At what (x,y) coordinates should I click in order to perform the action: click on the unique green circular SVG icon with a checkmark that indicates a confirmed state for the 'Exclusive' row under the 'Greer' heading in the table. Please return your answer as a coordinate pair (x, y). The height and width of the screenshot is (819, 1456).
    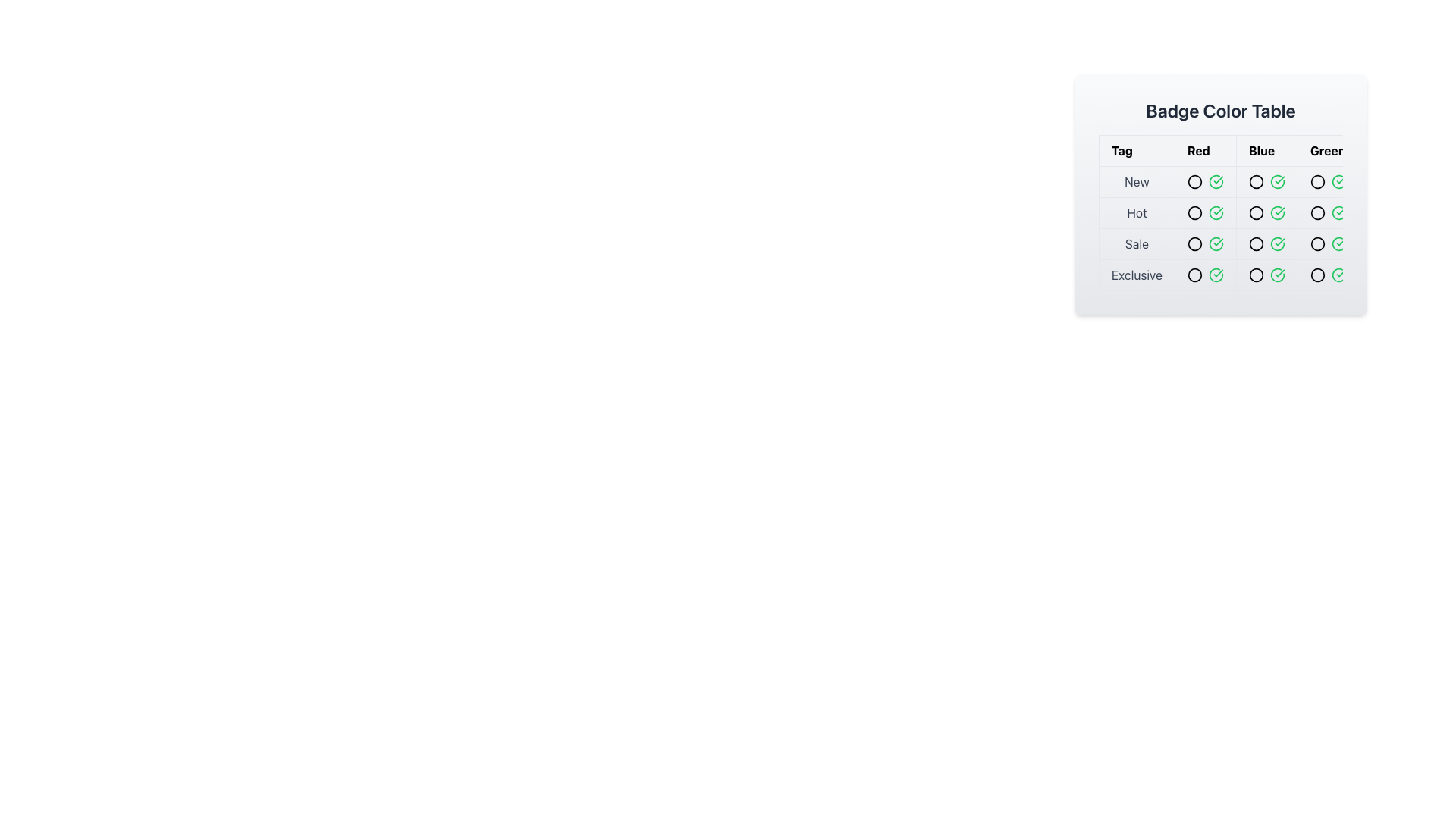
    Looking at the image, I should click on (1338, 275).